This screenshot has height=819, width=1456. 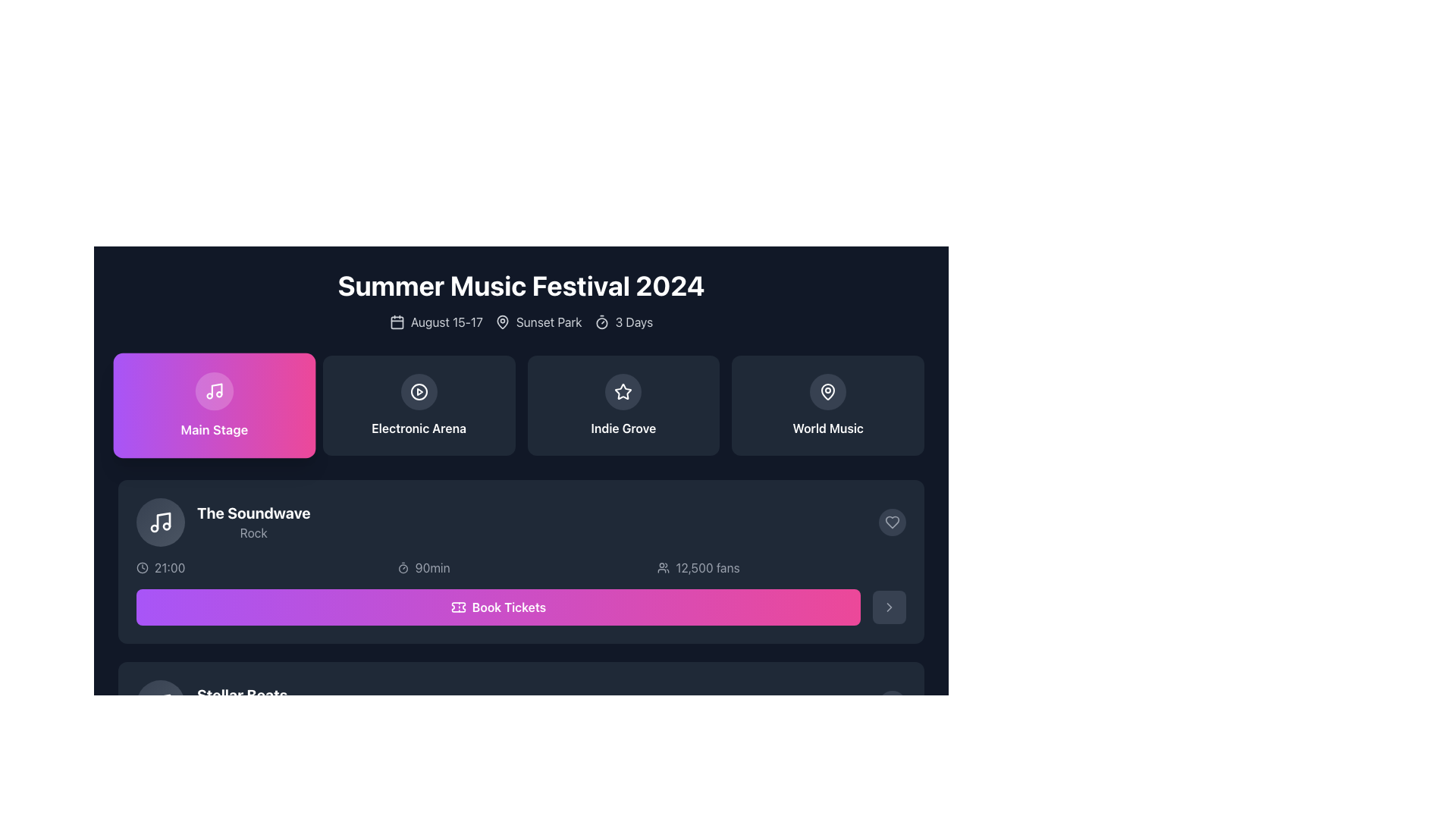 What do you see at coordinates (142, 567) in the screenshot?
I see `the clock icon located just to the left of the text '21:00' in the 'The Soundwave' section` at bounding box center [142, 567].